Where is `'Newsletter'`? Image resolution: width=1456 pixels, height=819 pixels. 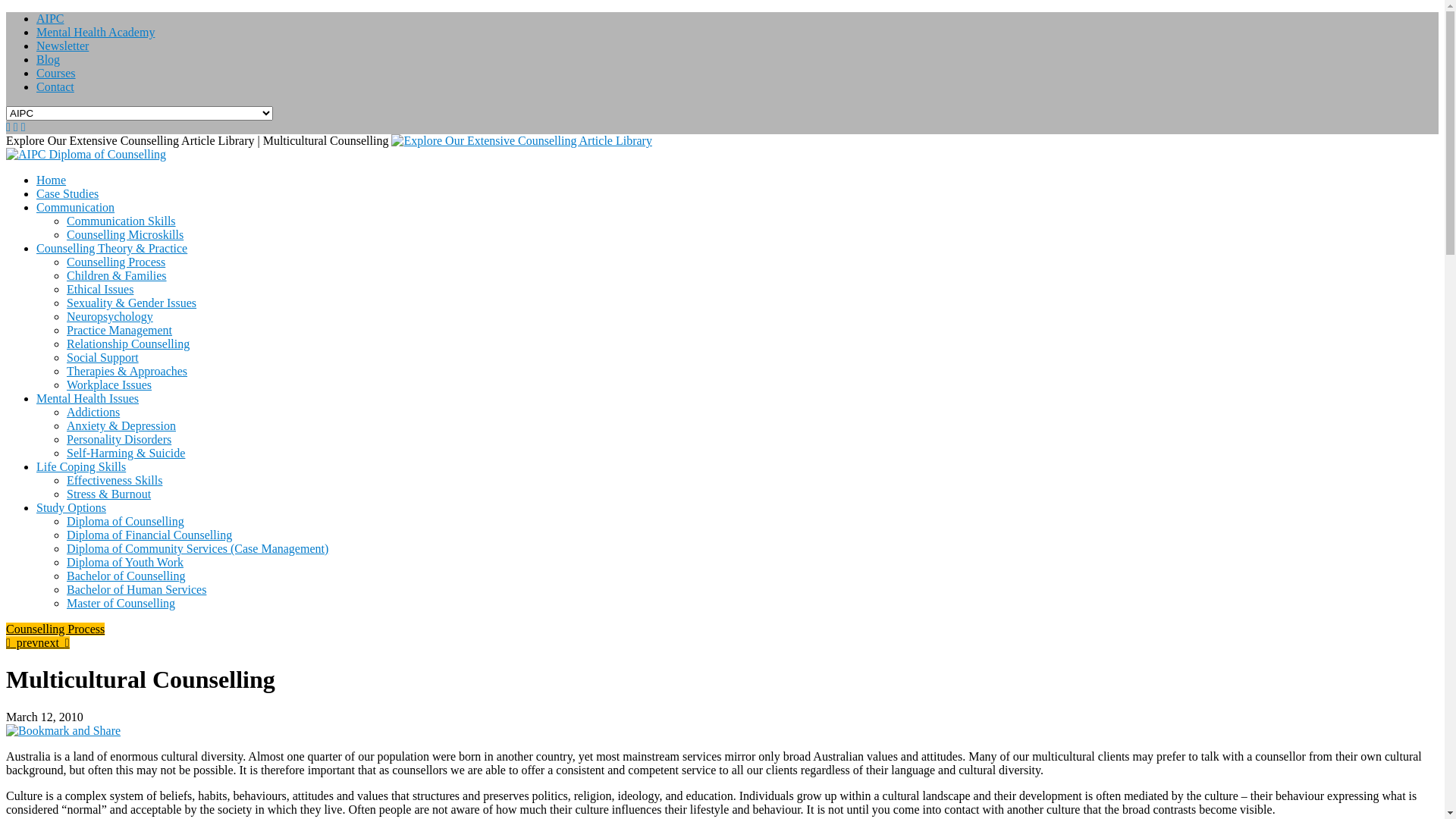 'Newsletter' is located at coordinates (61, 45).